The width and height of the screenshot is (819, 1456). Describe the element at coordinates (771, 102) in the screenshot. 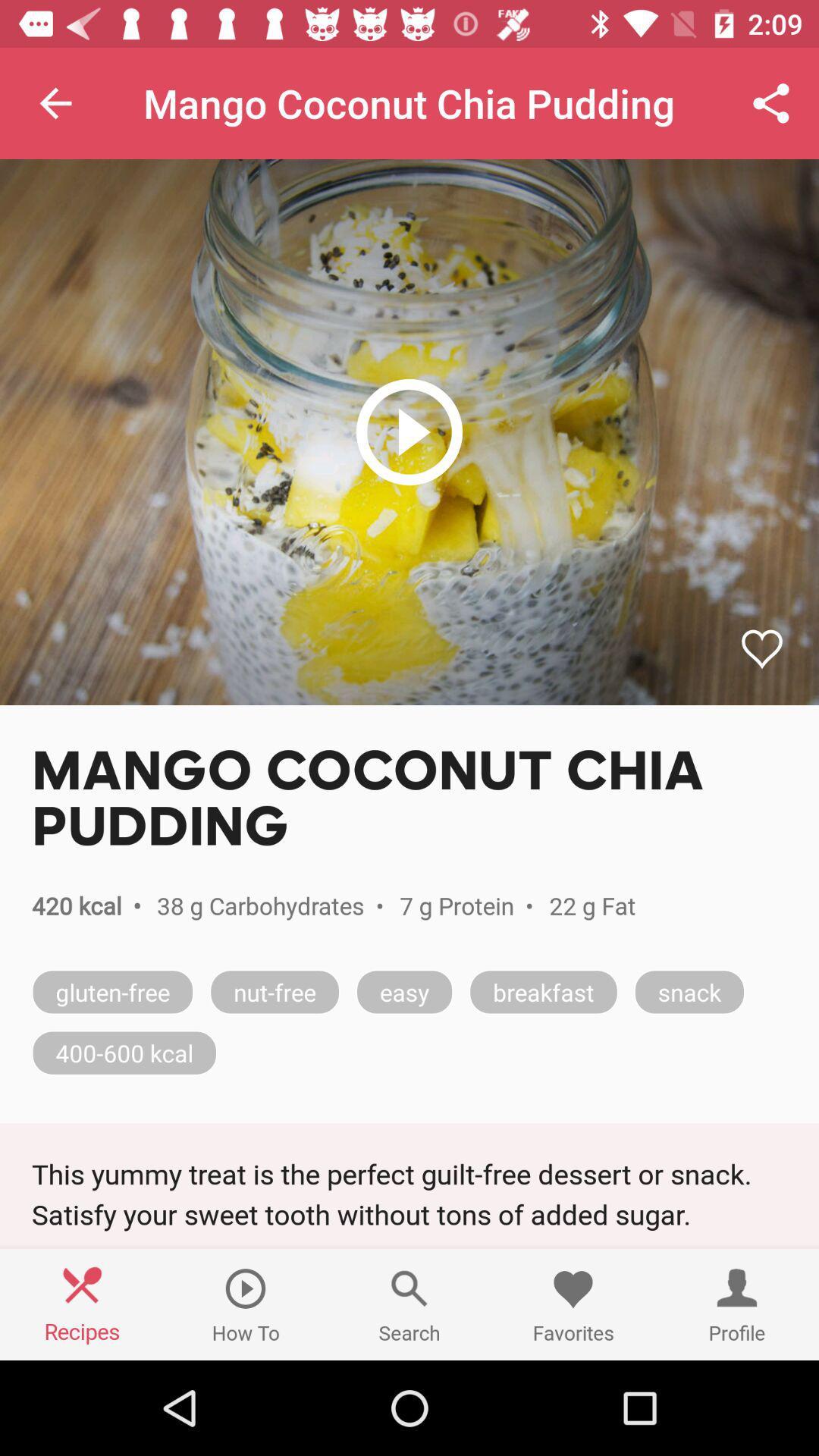

I see `icon at the top right corner` at that location.